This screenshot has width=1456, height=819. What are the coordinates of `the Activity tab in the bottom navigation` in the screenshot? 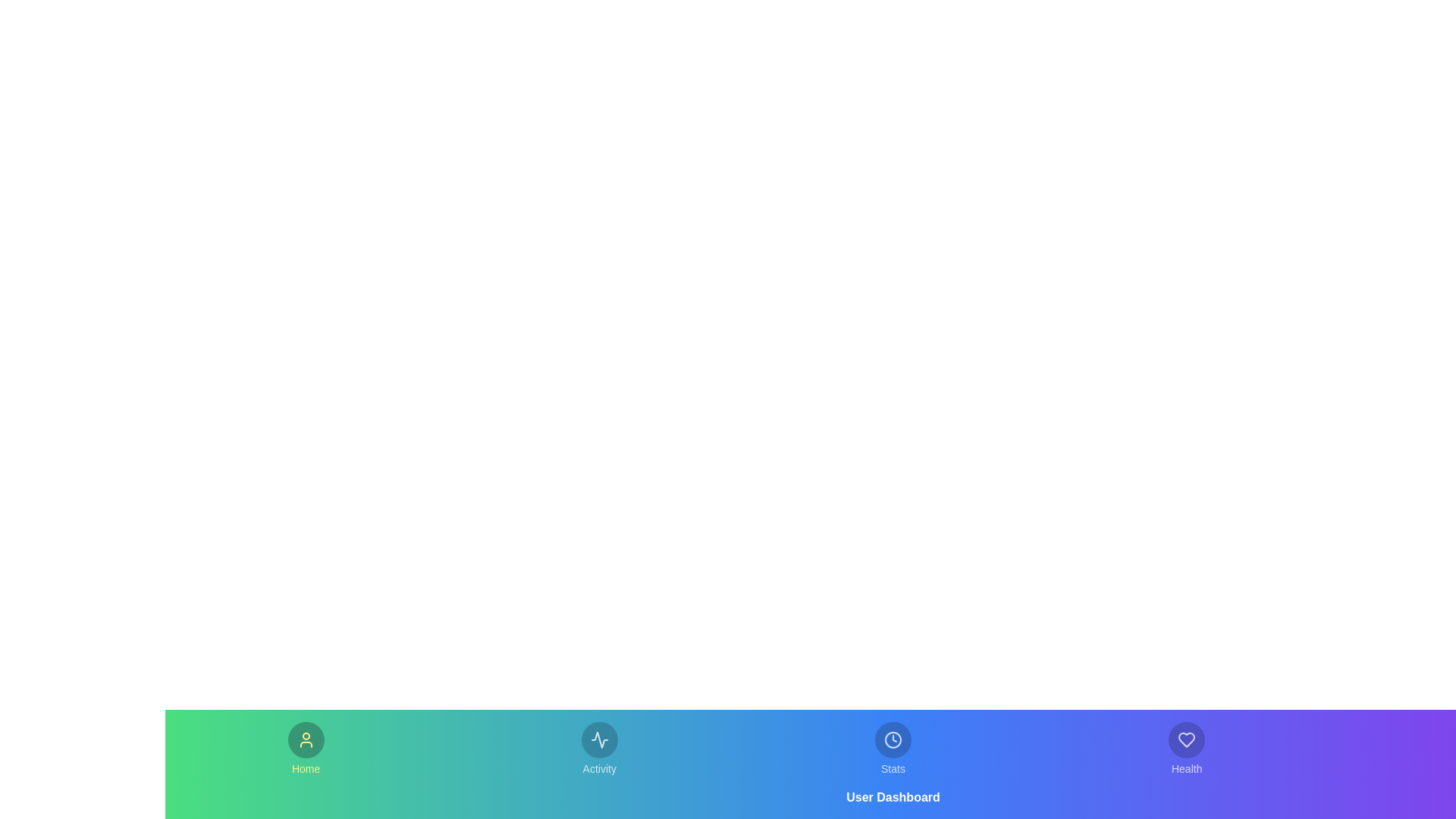 It's located at (598, 748).